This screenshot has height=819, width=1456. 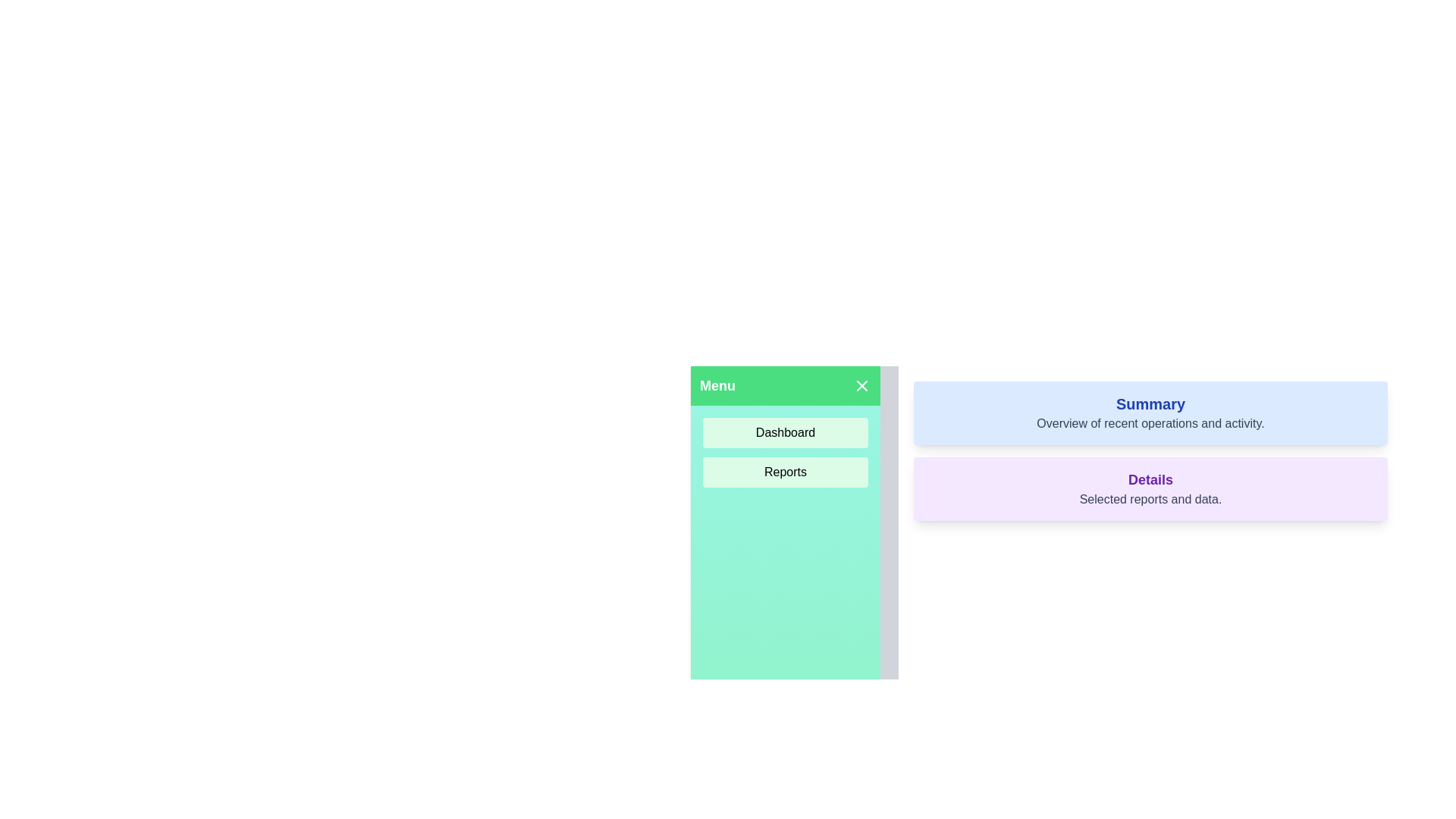 What do you see at coordinates (862, 385) in the screenshot?
I see `the 'X' icon styled in a minimalistic manner, located in the top-right corner of the green header bar labeled 'Menu'` at bounding box center [862, 385].